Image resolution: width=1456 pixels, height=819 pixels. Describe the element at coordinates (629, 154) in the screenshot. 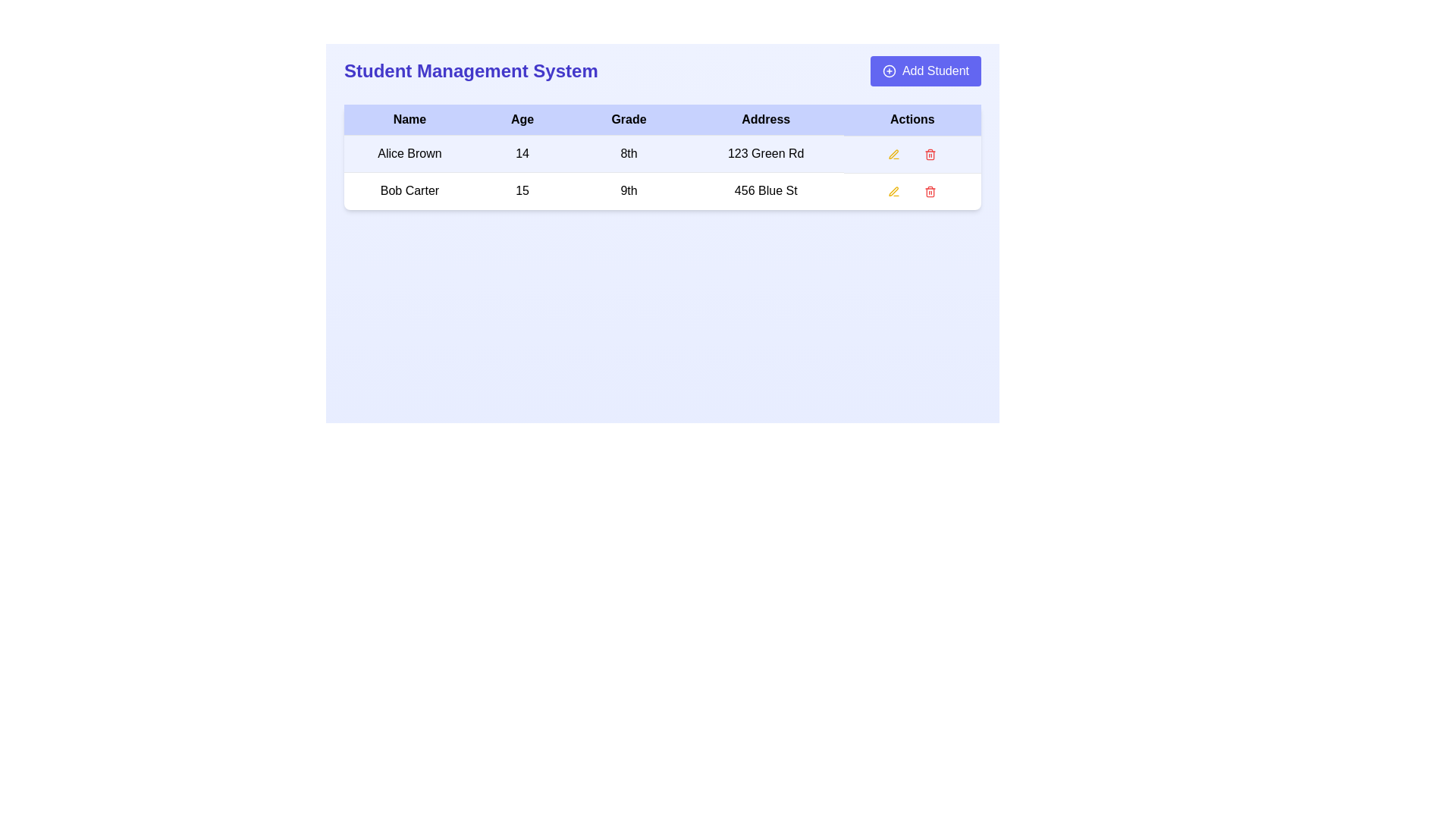

I see `text '8th' located in the first row of the table under the 'Grade' column, which is visually distinguished by a light blue header and alternating row colors` at that location.